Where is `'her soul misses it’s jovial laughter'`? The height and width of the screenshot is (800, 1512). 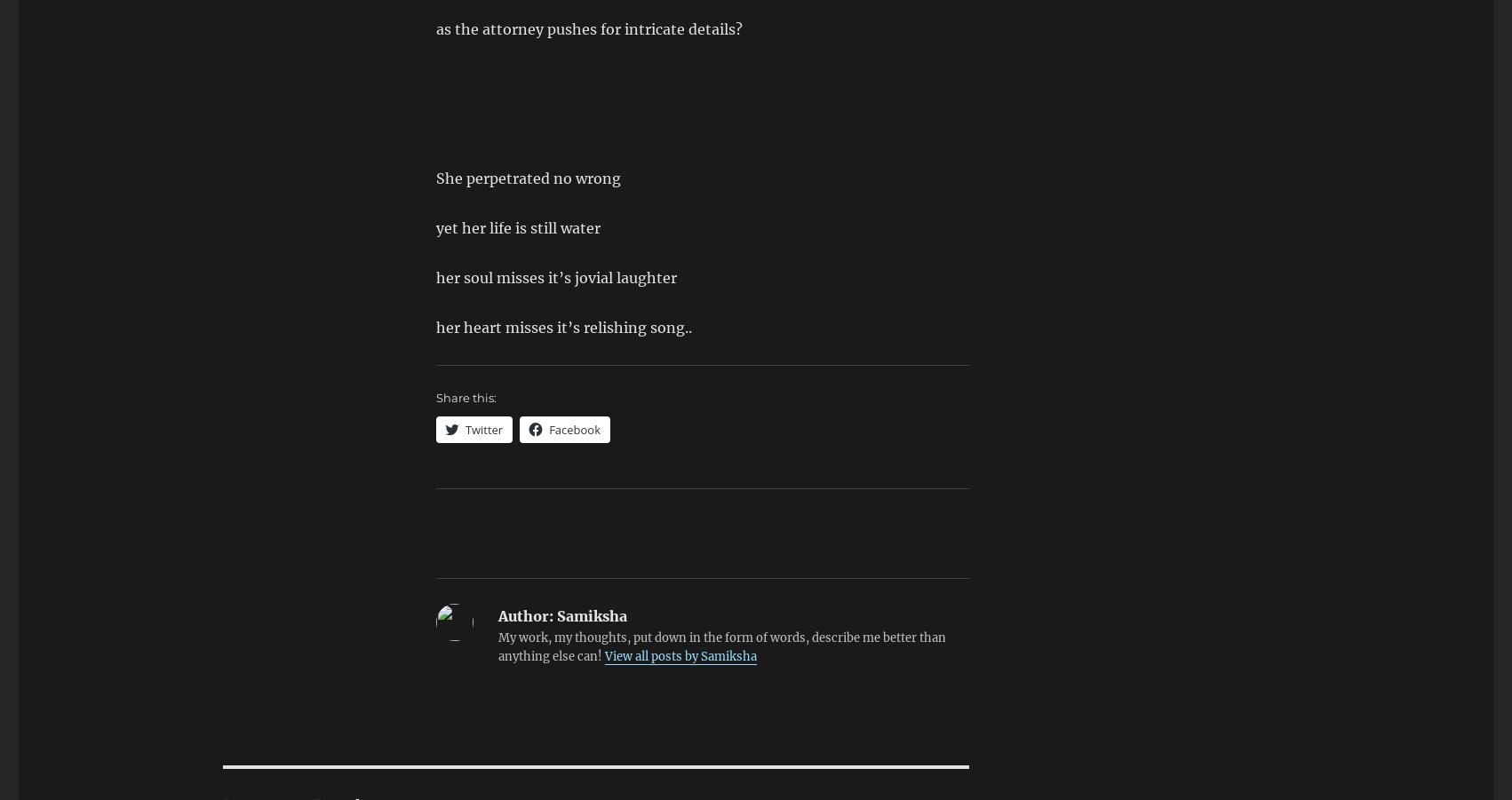 'her soul misses it’s jovial laughter' is located at coordinates (556, 278).